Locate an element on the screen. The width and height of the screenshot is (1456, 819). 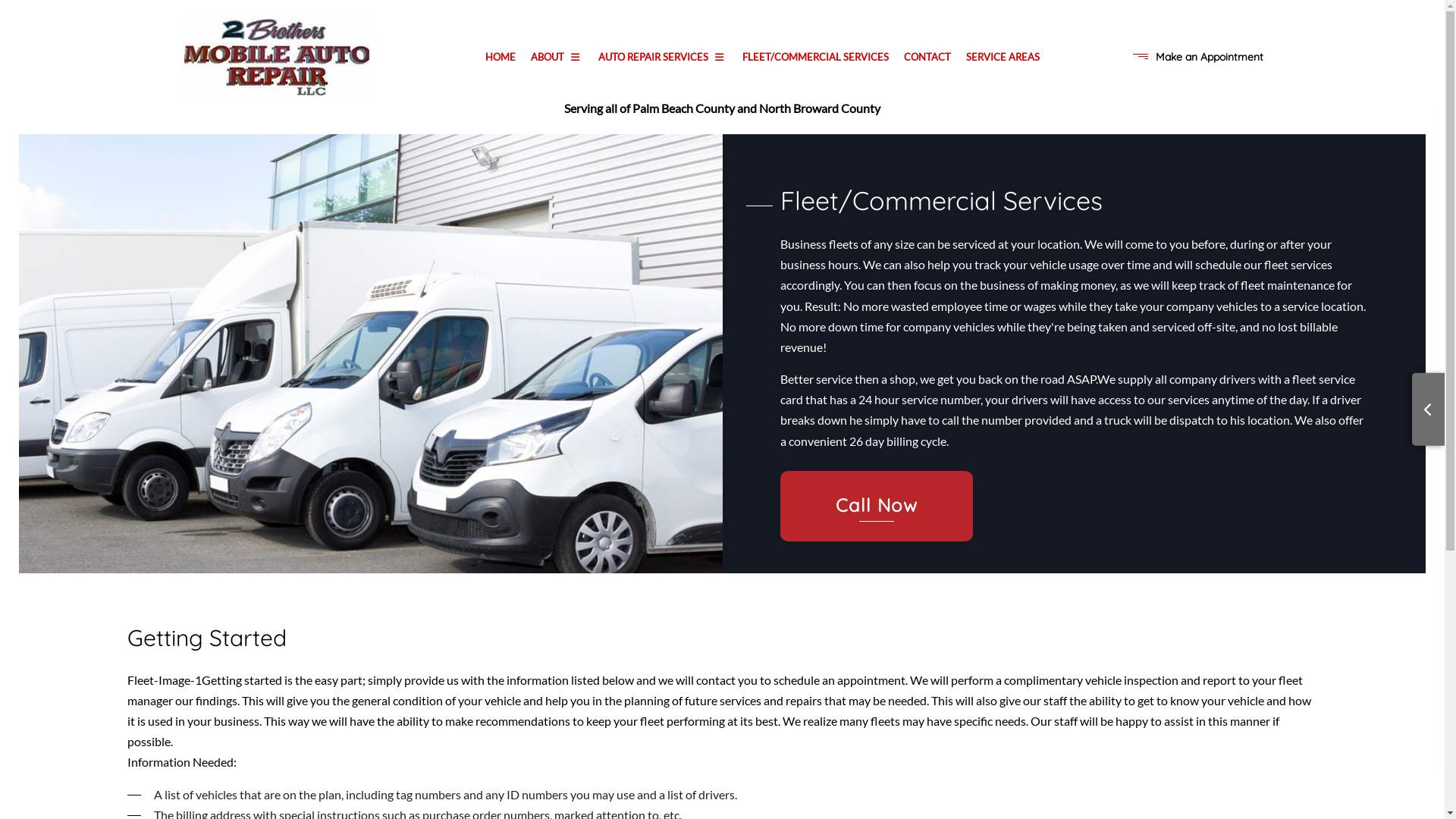
'AUTO REPAIR SERVICES' is located at coordinates (662, 56).